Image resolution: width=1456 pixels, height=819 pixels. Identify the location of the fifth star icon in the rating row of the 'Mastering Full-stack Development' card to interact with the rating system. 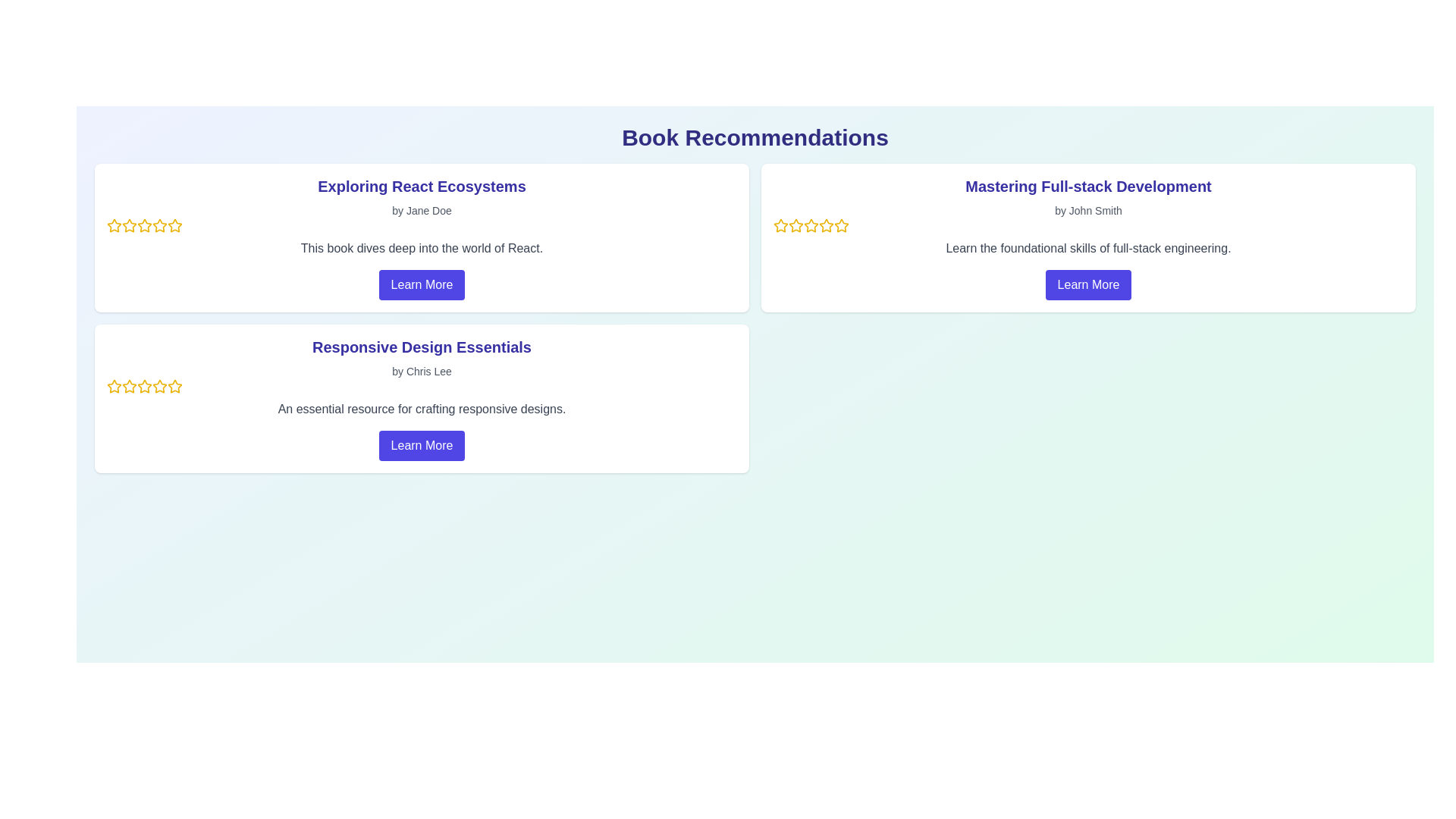
(825, 225).